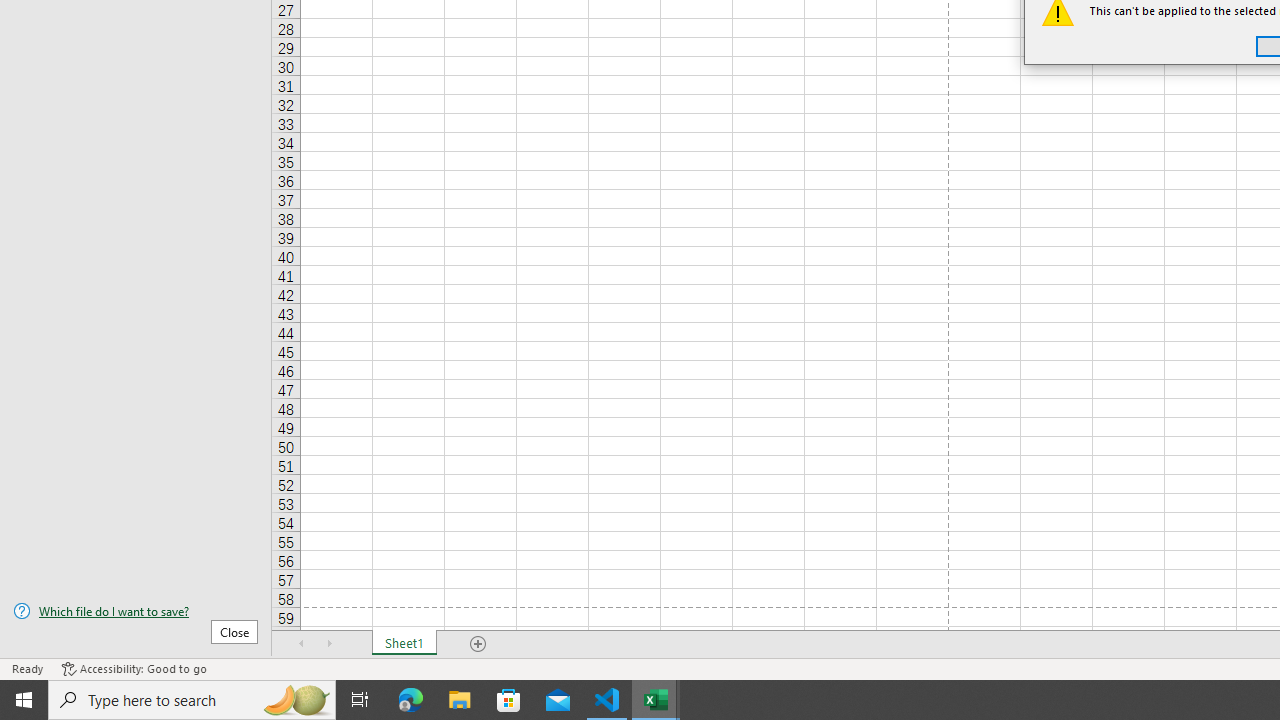 The height and width of the screenshot is (720, 1280). I want to click on 'Task View', so click(359, 698).